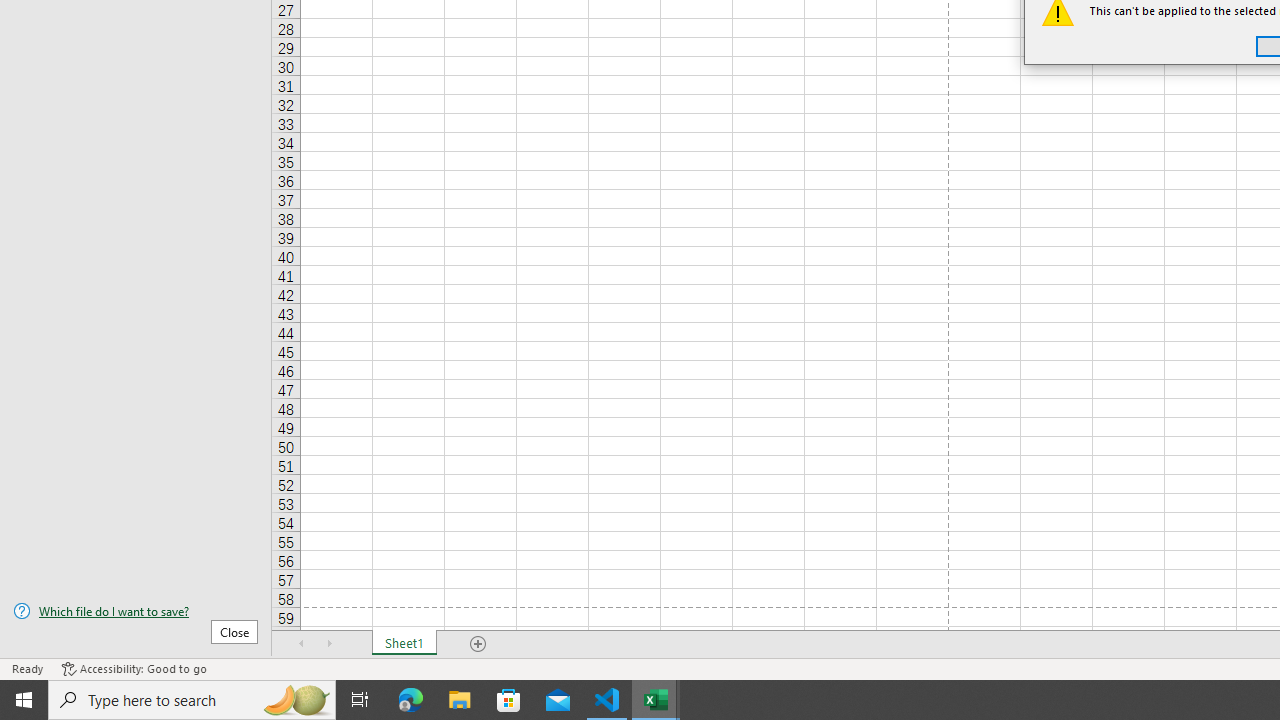 The height and width of the screenshot is (720, 1280). I want to click on 'Task View', so click(359, 698).